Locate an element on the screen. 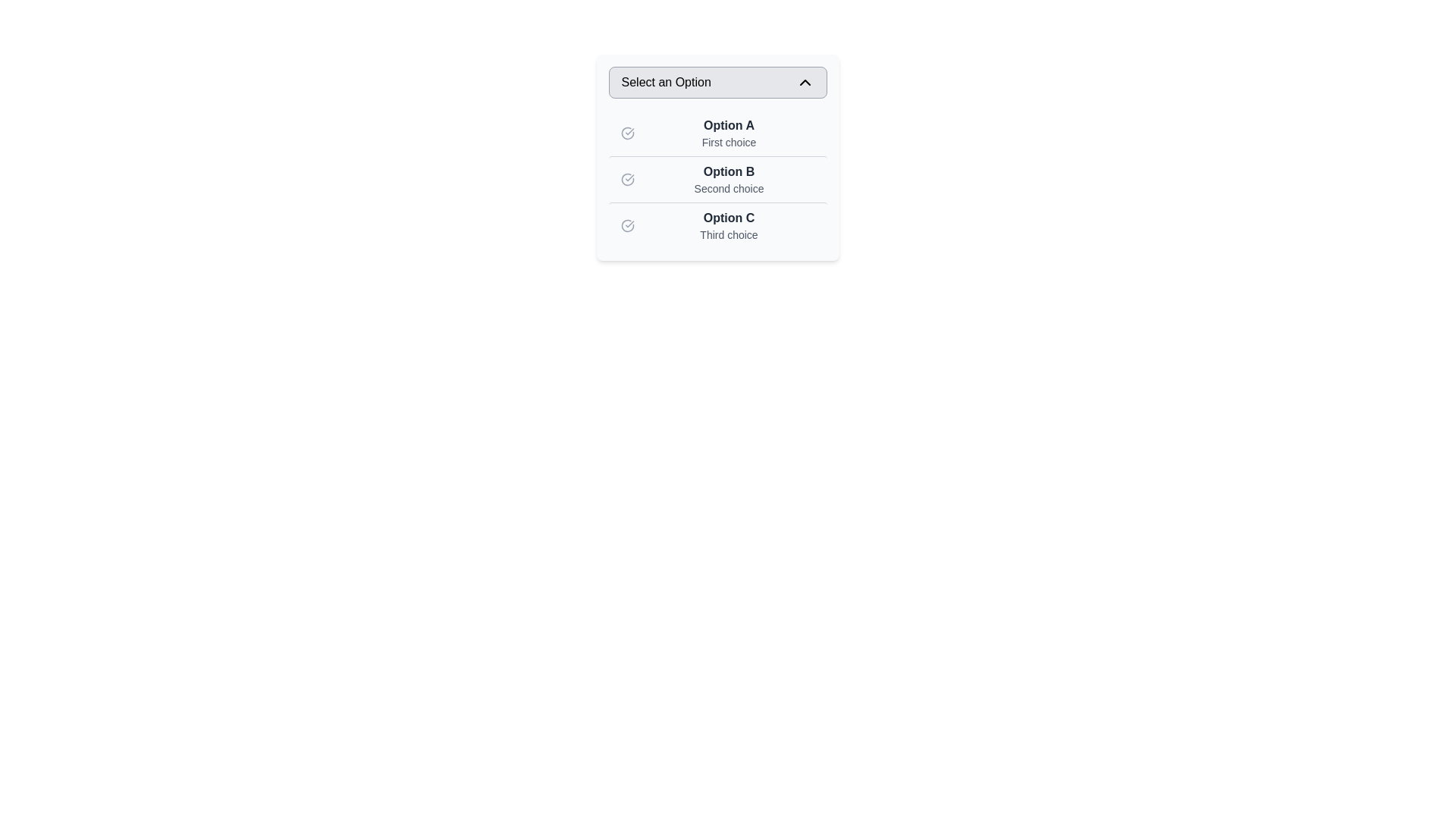  the circular checkmark icon indicating the selection status for 'Option C' in the dropdown menu is located at coordinates (627, 225).